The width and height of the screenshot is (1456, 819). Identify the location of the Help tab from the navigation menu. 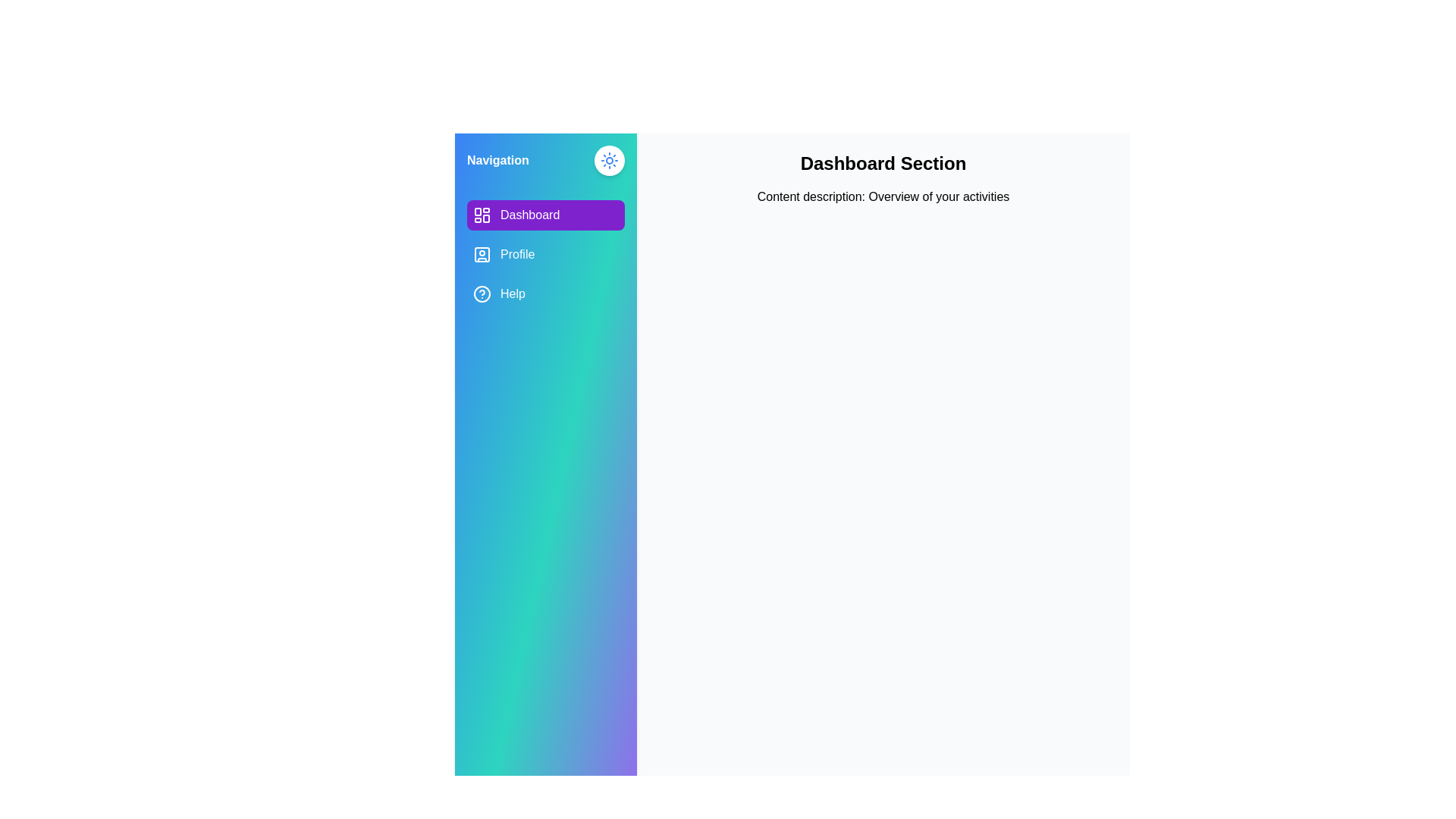
(546, 294).